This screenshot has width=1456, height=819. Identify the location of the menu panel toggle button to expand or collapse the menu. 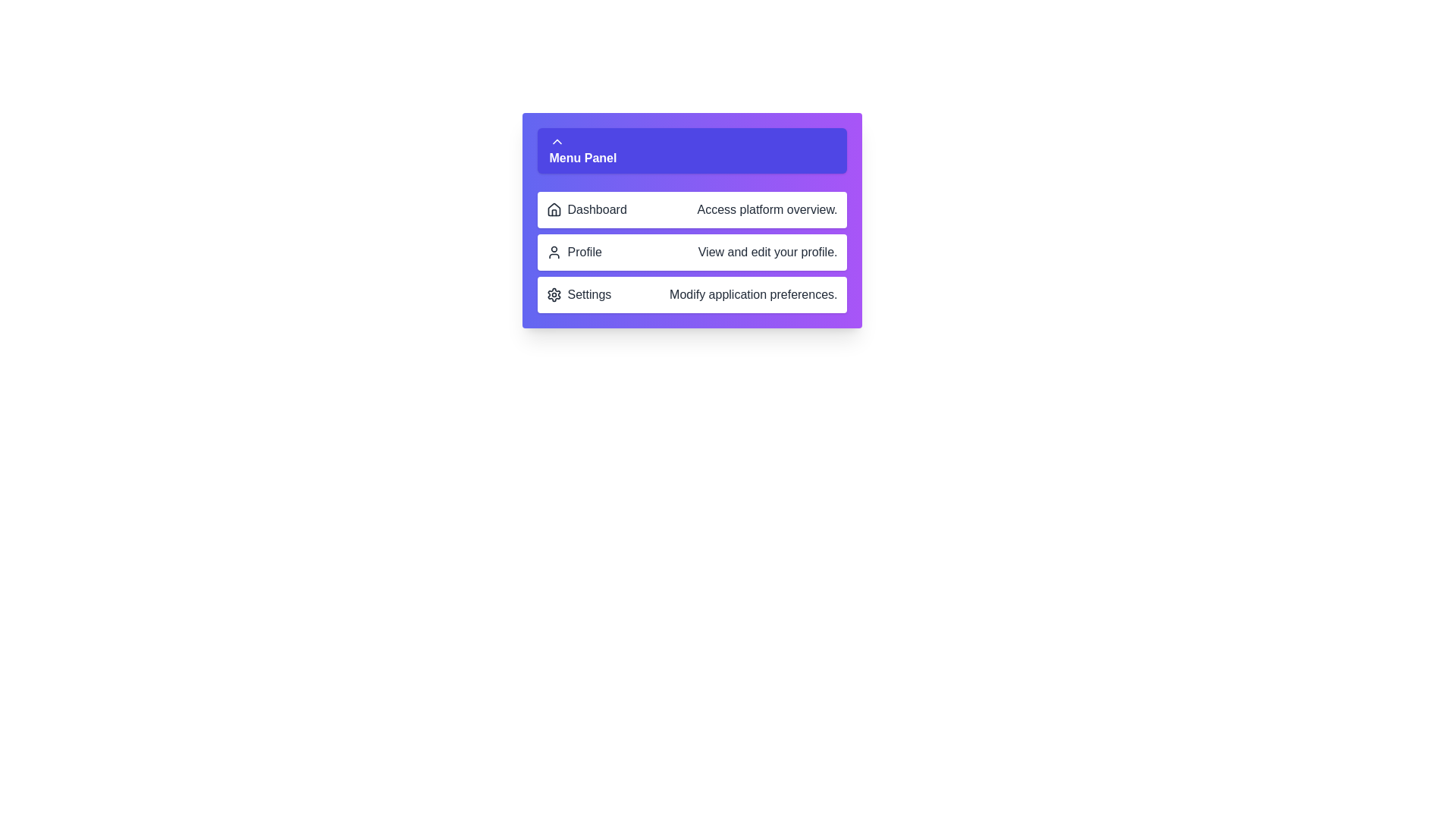
(691, 151).